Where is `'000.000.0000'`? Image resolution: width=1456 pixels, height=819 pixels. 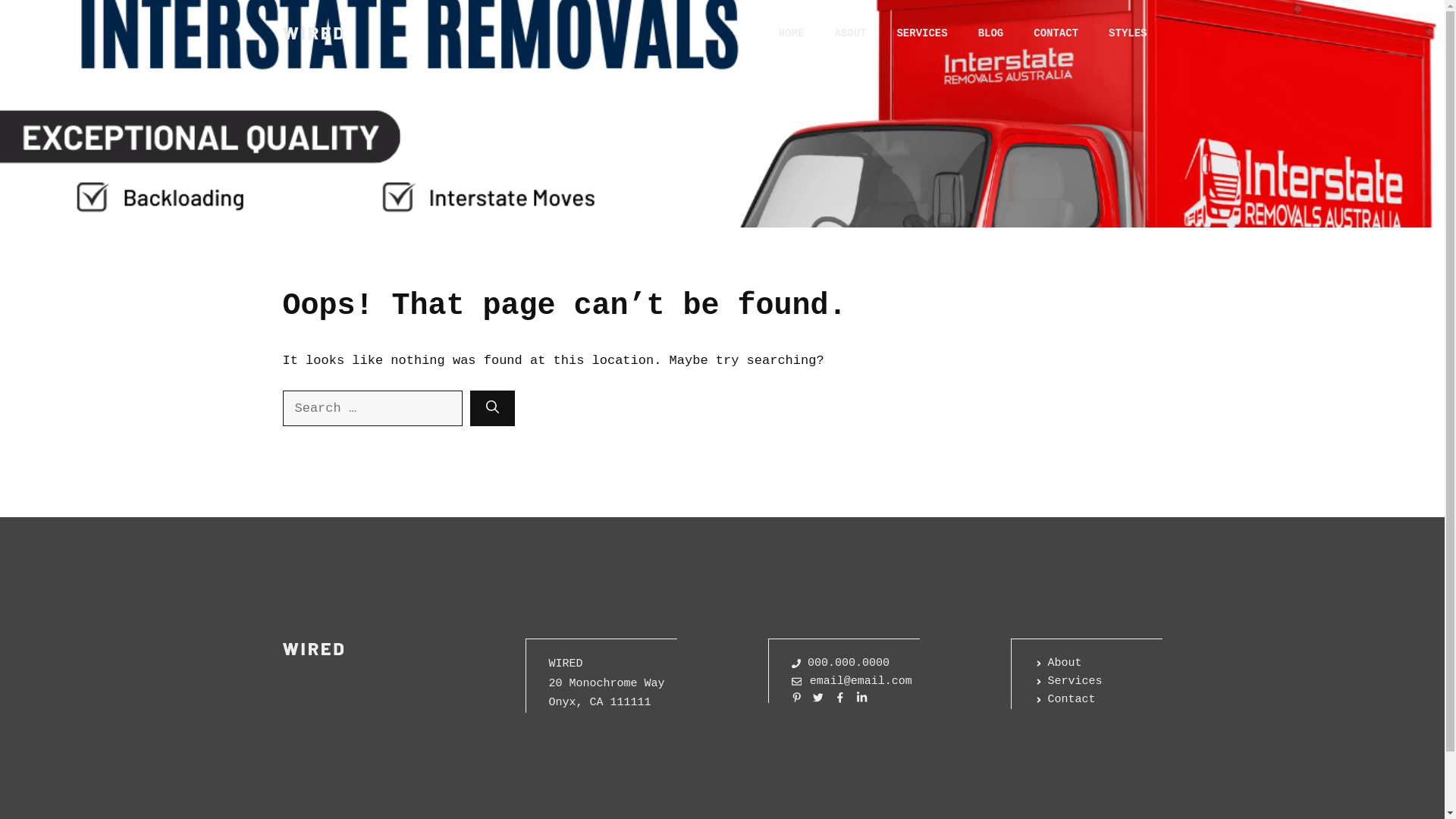
'000.000.0000' is located at coordinates (839, 663).